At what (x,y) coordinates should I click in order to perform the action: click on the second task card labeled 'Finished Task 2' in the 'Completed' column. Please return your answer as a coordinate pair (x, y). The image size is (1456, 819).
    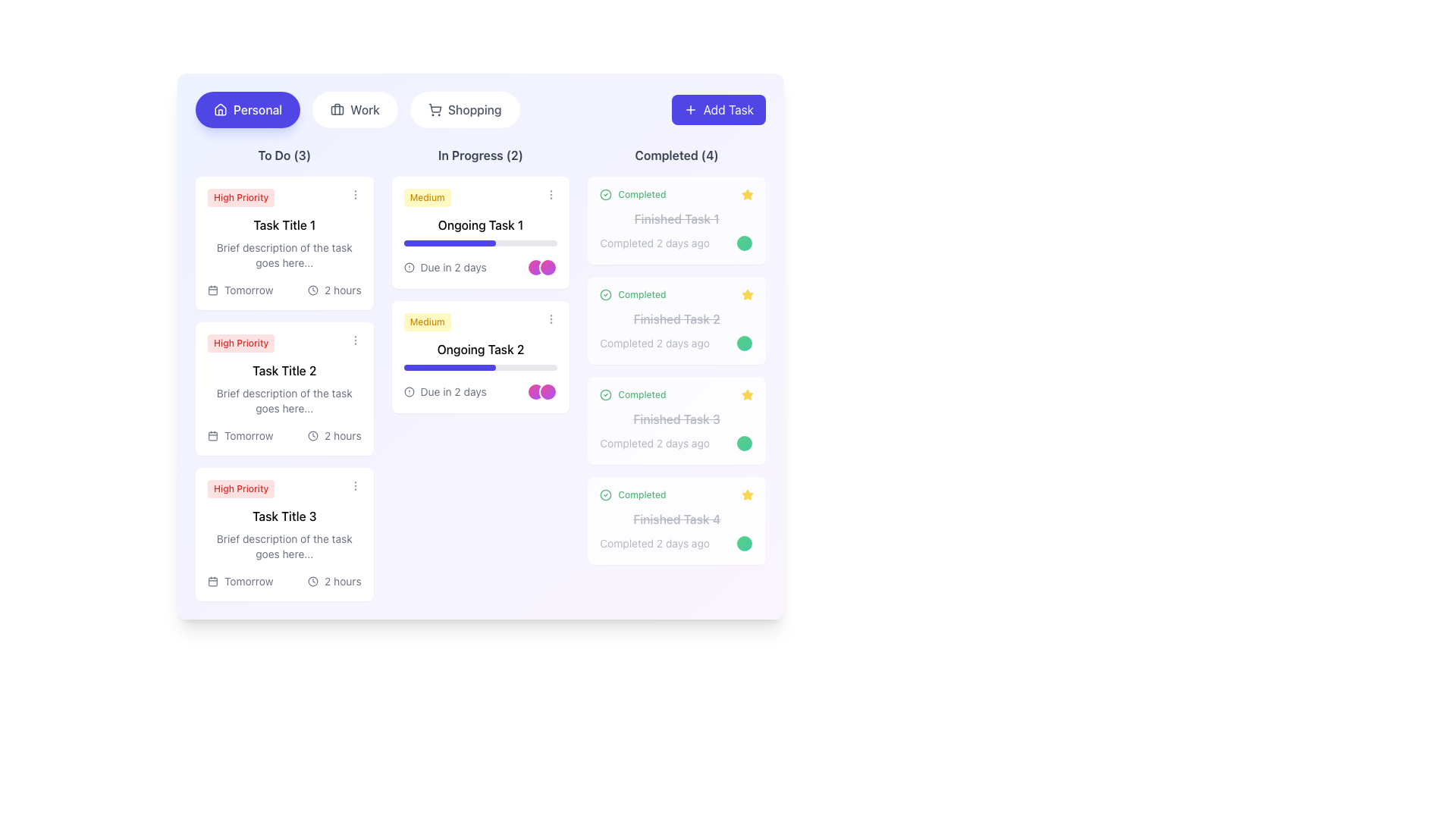
    Looking at the image, I should click on (676, 320).